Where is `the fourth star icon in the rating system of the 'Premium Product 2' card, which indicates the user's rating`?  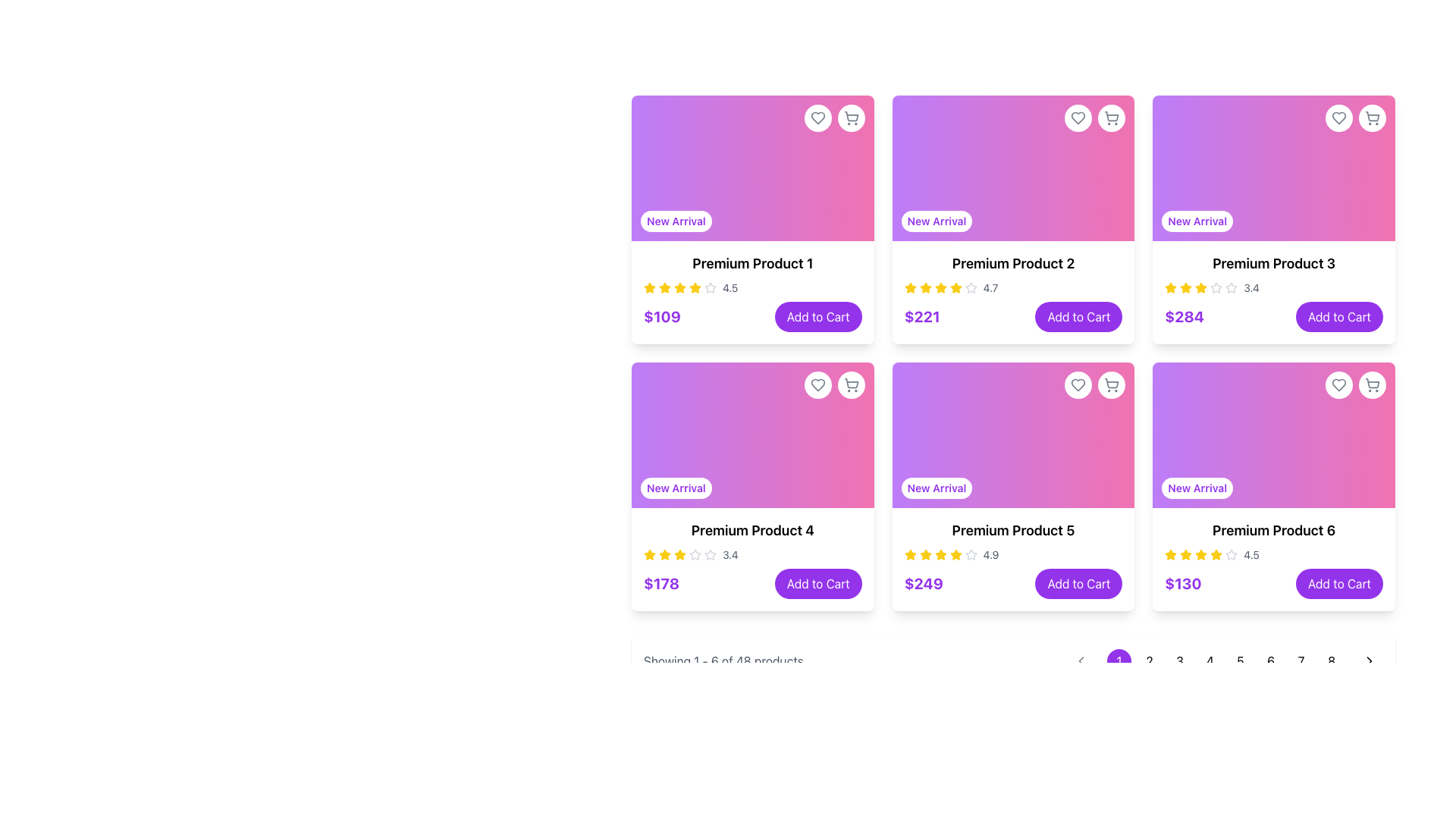 the fourth star icon in the rating system of the 'Premium Product 2' card, which indicates the user's rating is located at coordinates (940, 288).